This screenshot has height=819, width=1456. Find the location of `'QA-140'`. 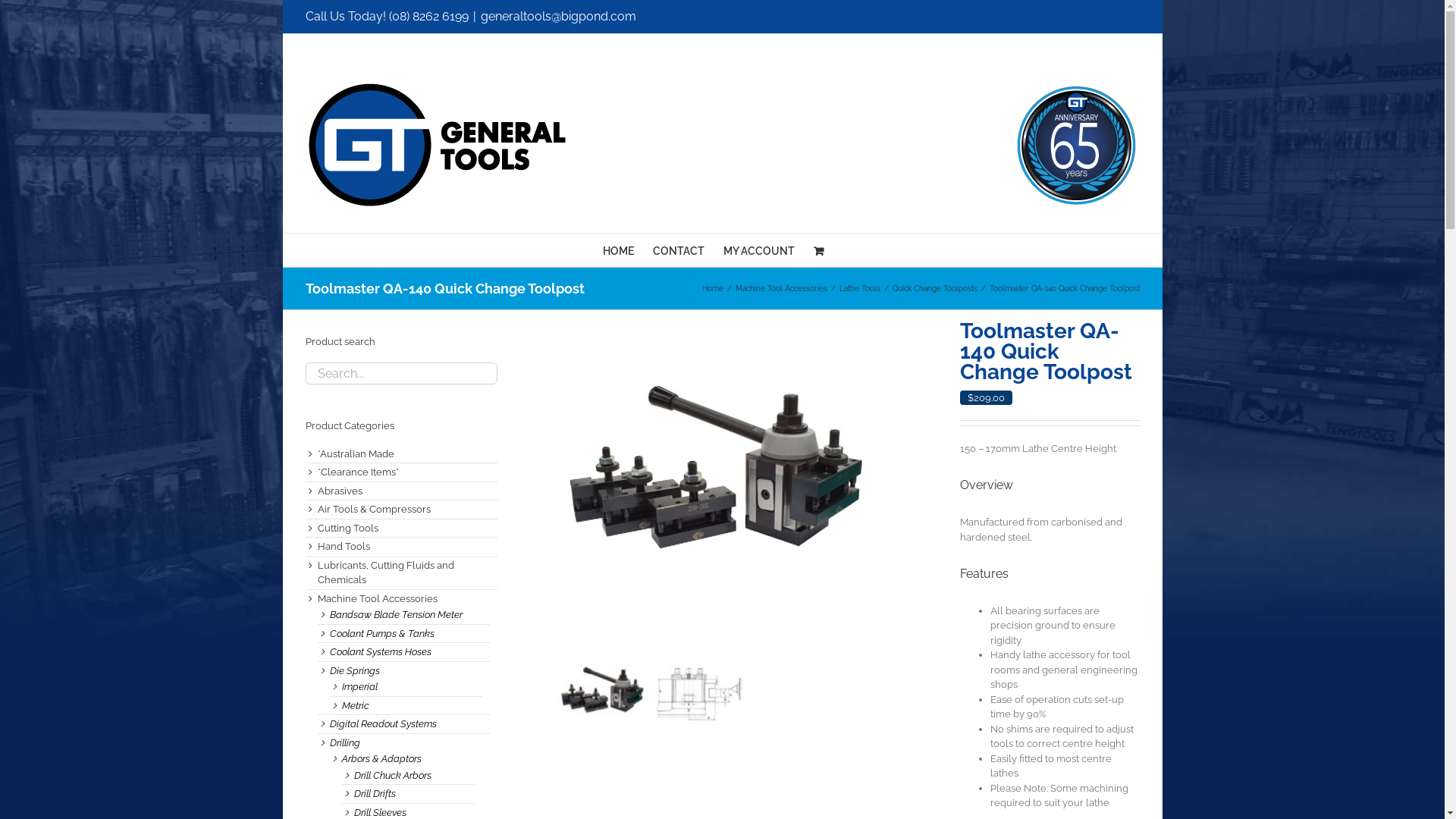

'QA-140' is located at coordinates (718, 482).